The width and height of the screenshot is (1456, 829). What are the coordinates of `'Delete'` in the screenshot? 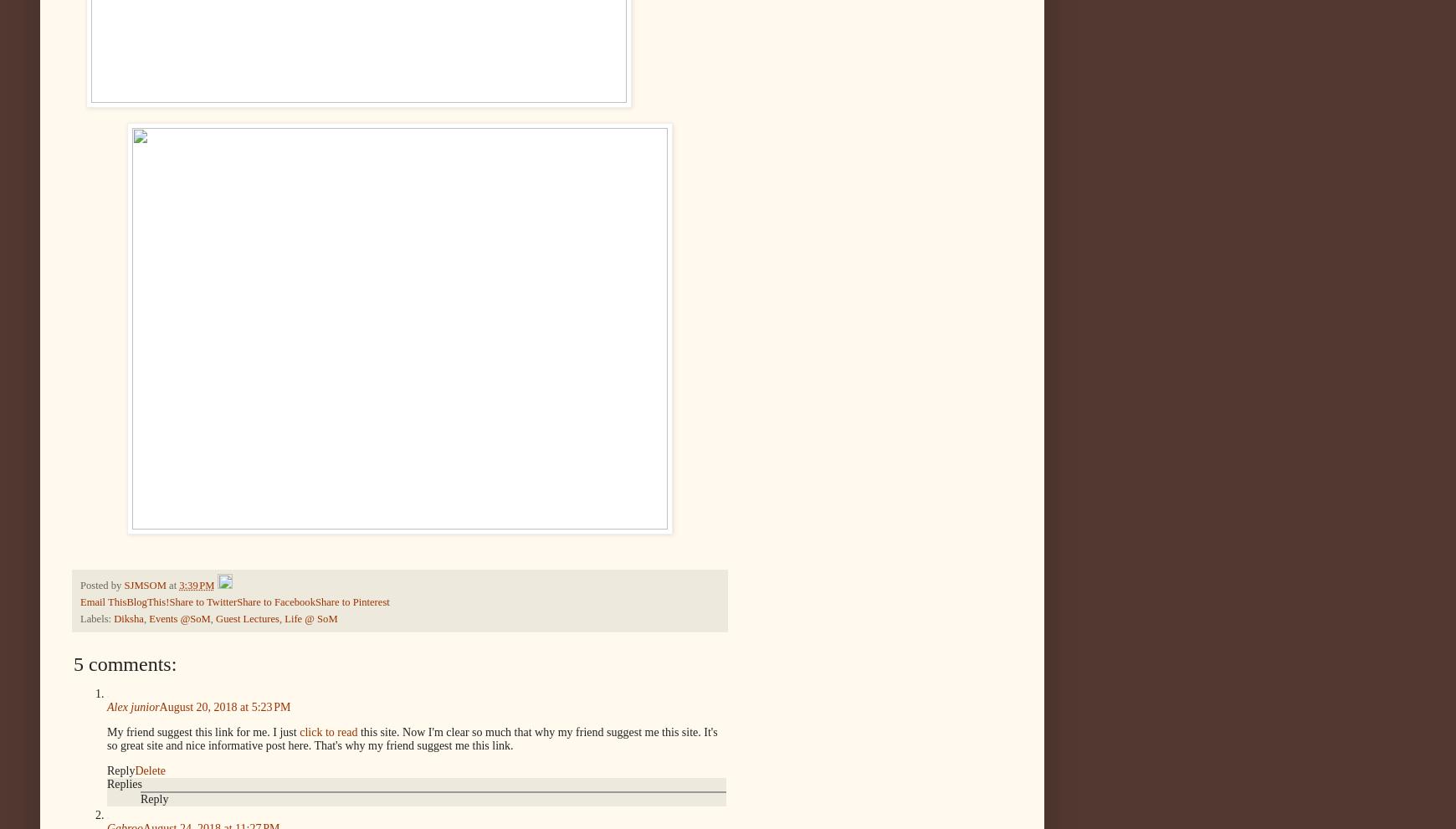 It's located at (149, 769).